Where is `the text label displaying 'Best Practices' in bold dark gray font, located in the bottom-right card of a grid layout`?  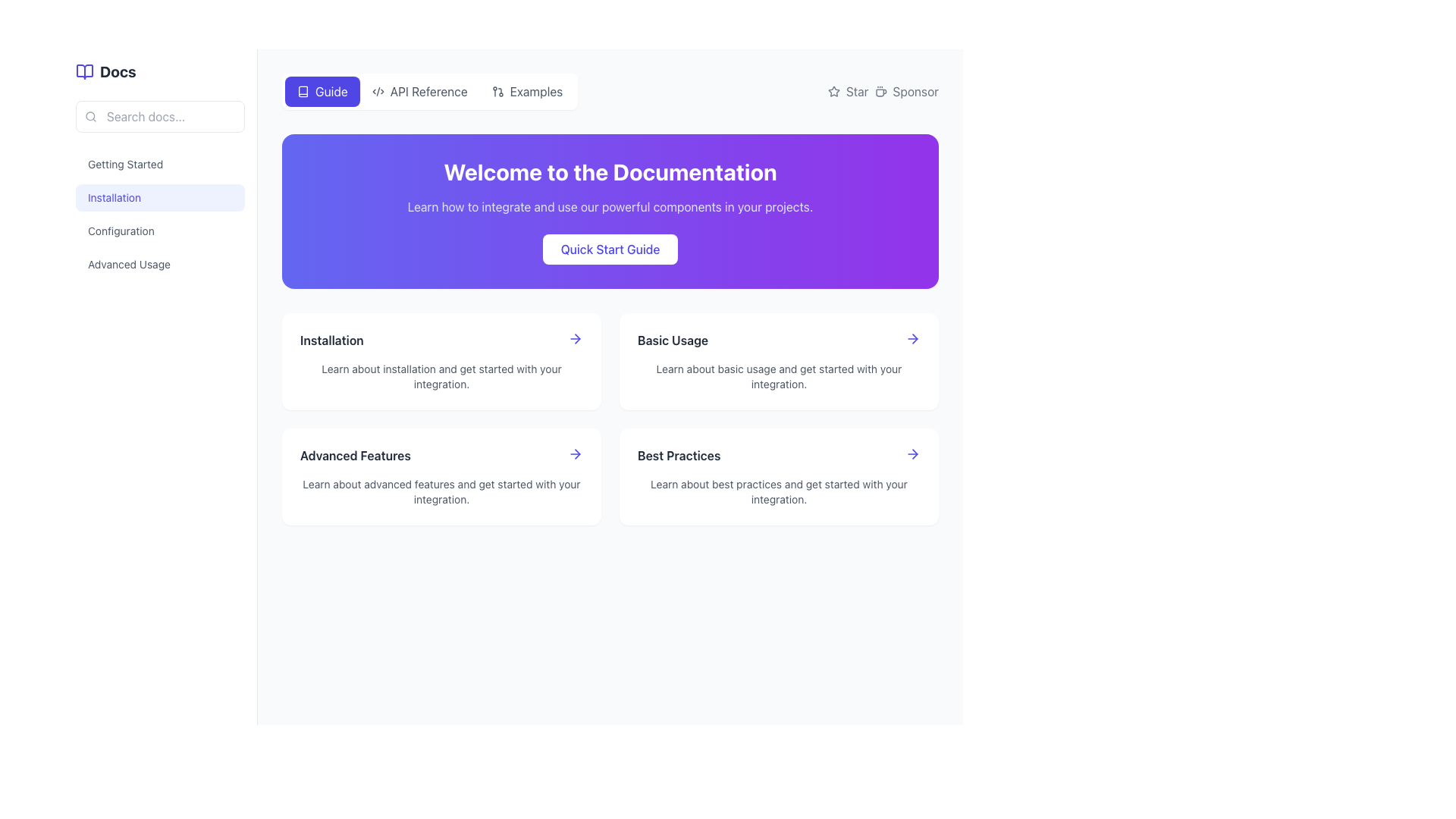 the text label displaying 'Best Practices' in bold dark gray font, located in the bottom-right card of a grid layout is located at coordinates (678, 455).